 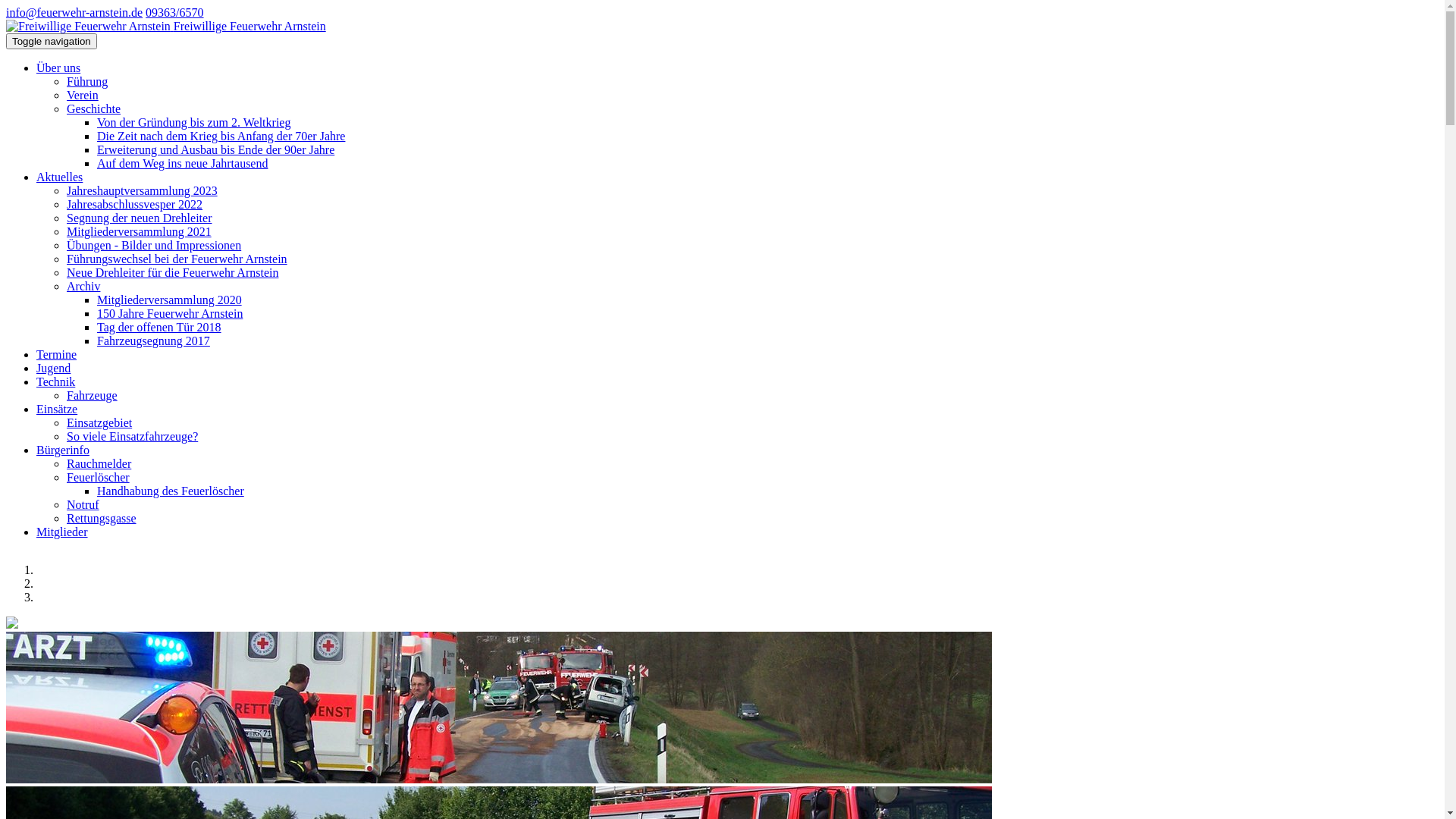 I want to click on 'info@feuerwehr-arnstein.de', so click(x=73, y=12).